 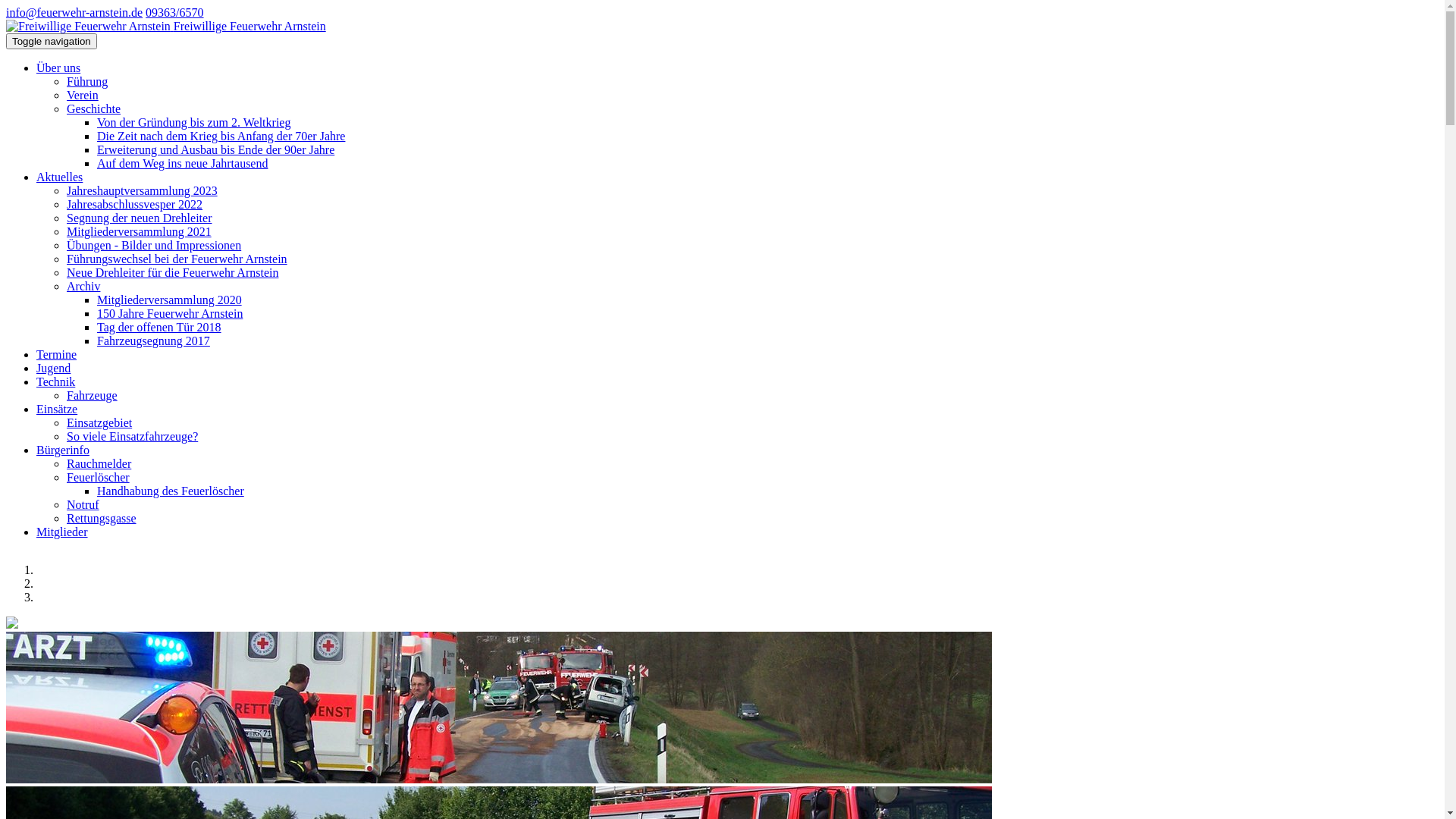 I want to click on 'info@feuerwehr-arnstein.de', so click(x=73, y=12).